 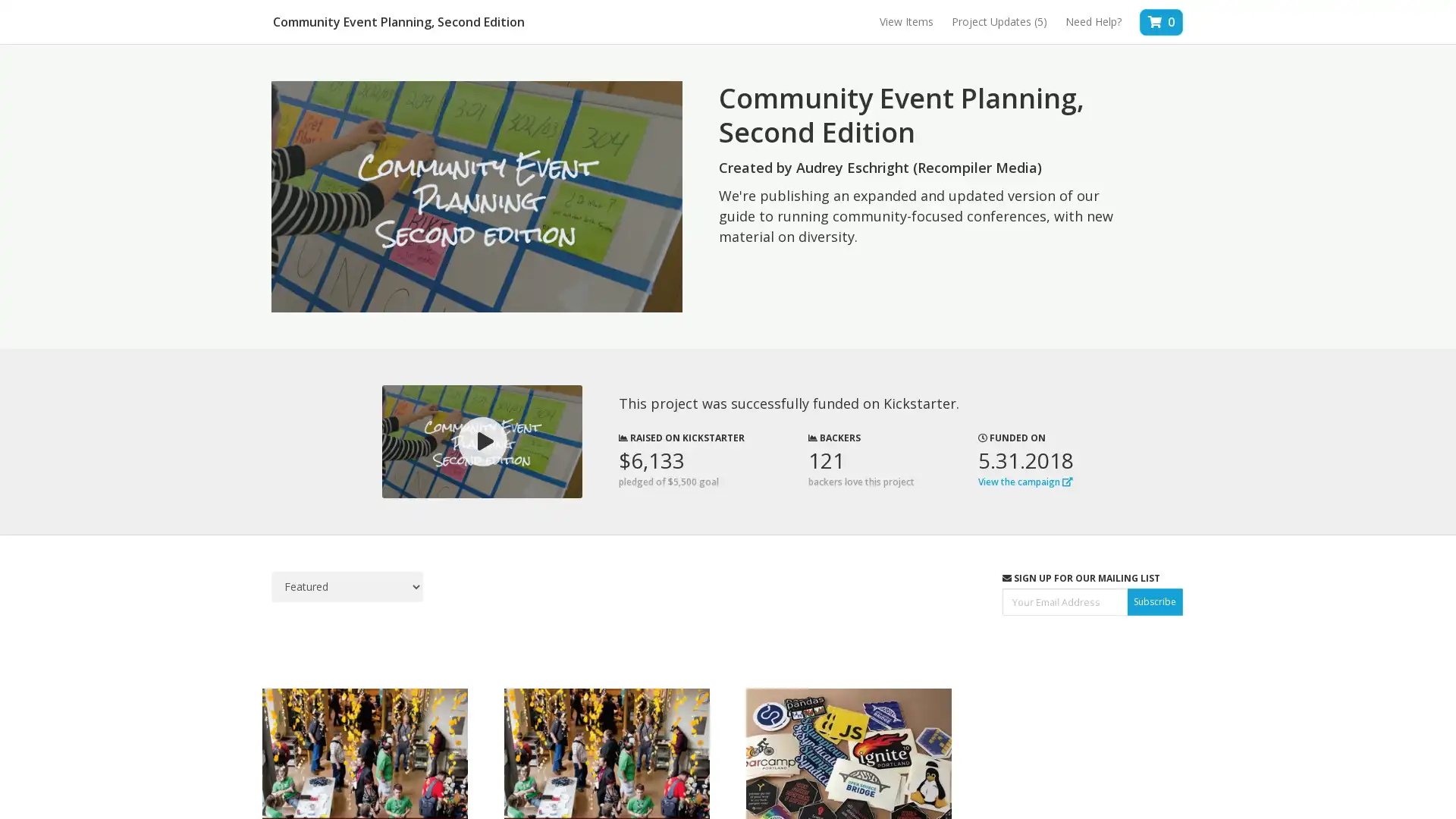 I want to click on Subscribe, so click(x=1154, y=601).